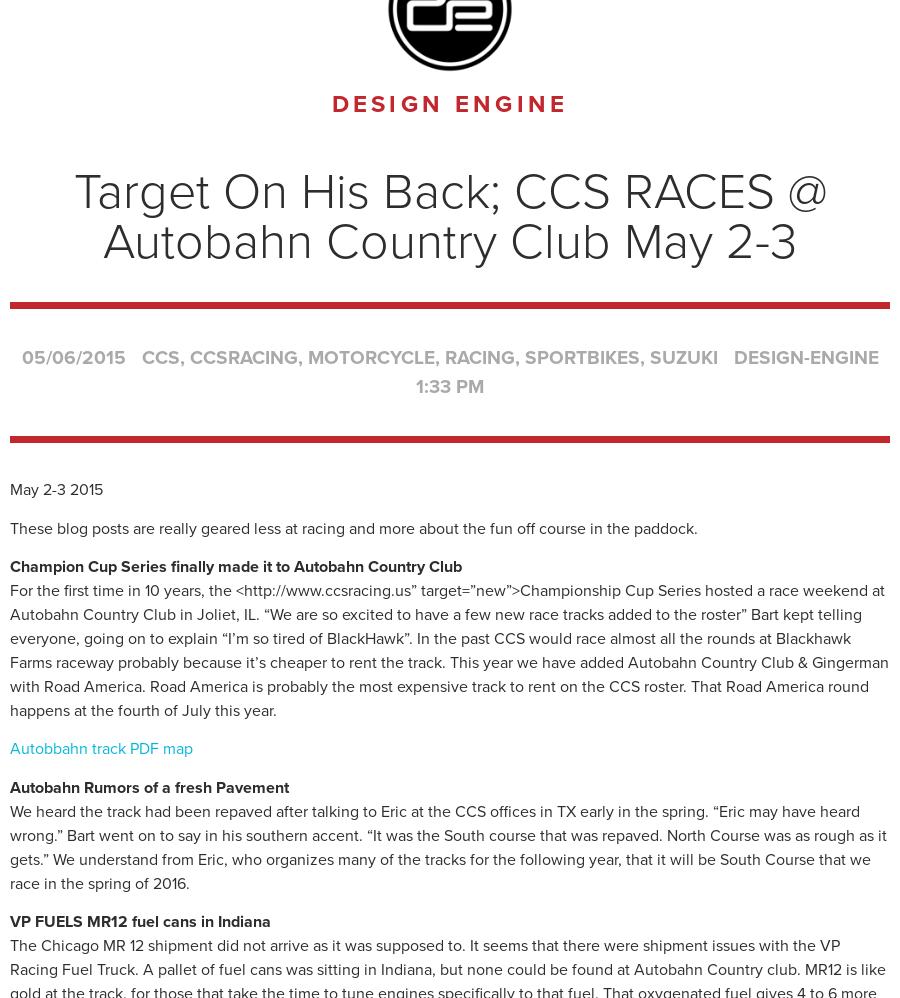 Image resolution: width=900 pixels, height=998 pixels. I want to click on 'Autobahn Rumors of a fresh Pavement', so click(149, 786).